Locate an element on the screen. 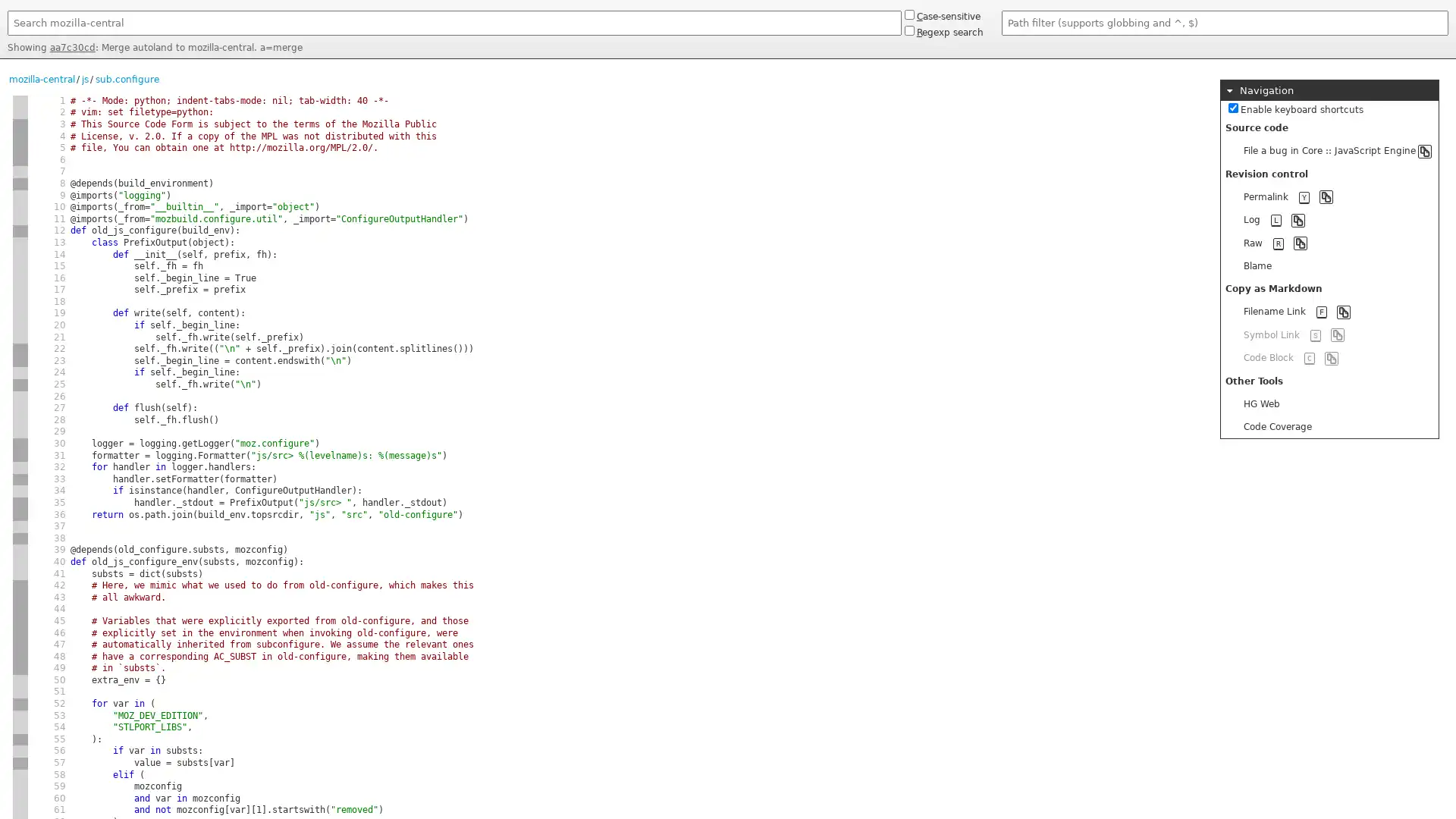 This screenshot has height=819, width=1456. new hash 4 is located at coordinates (20, 183).